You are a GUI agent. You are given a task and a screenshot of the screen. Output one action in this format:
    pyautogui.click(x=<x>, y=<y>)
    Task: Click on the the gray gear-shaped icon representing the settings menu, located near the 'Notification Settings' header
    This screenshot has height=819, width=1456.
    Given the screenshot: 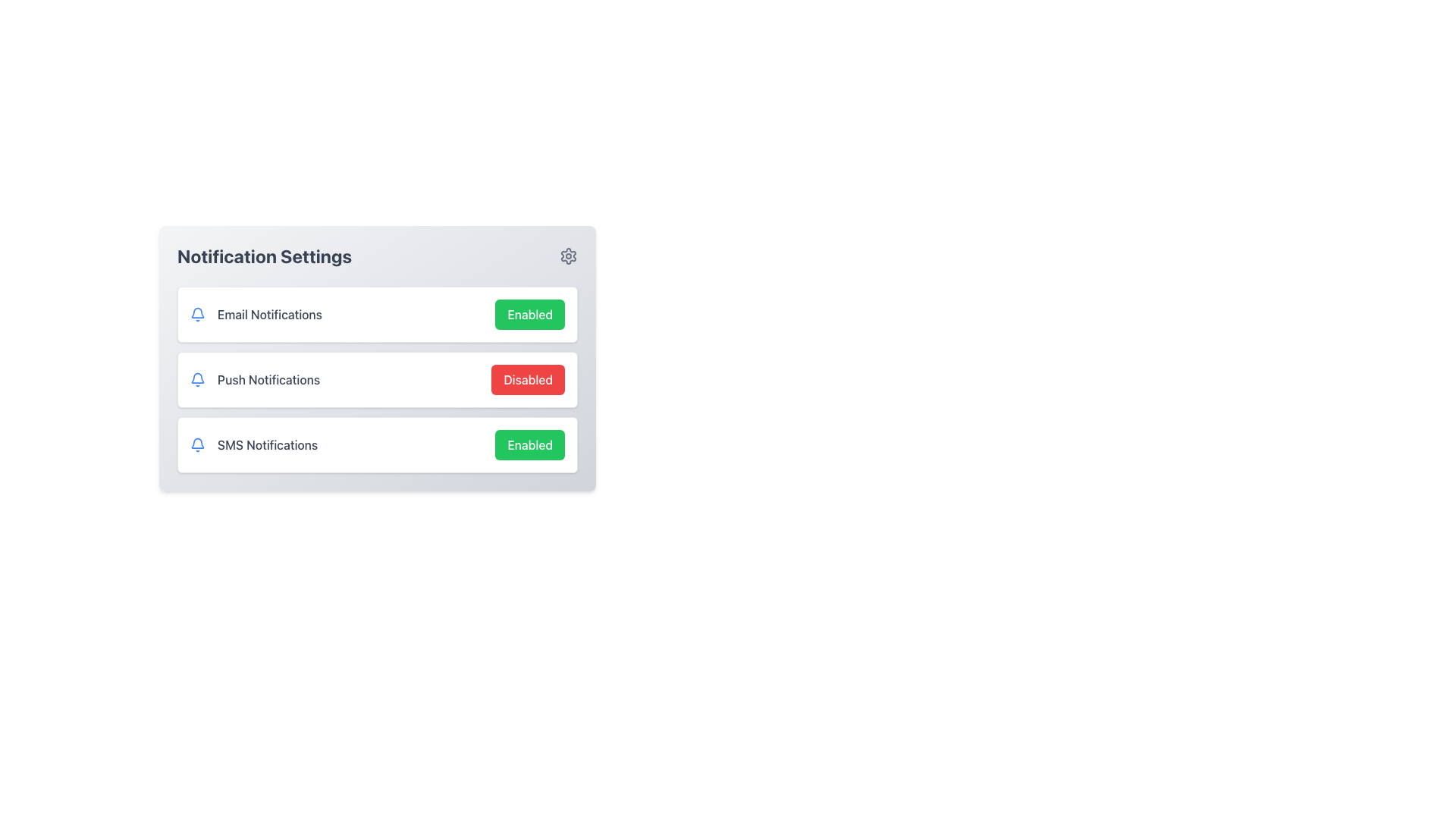 What is the action you would take?
    pyautogui.click(x=567, y=256)
    